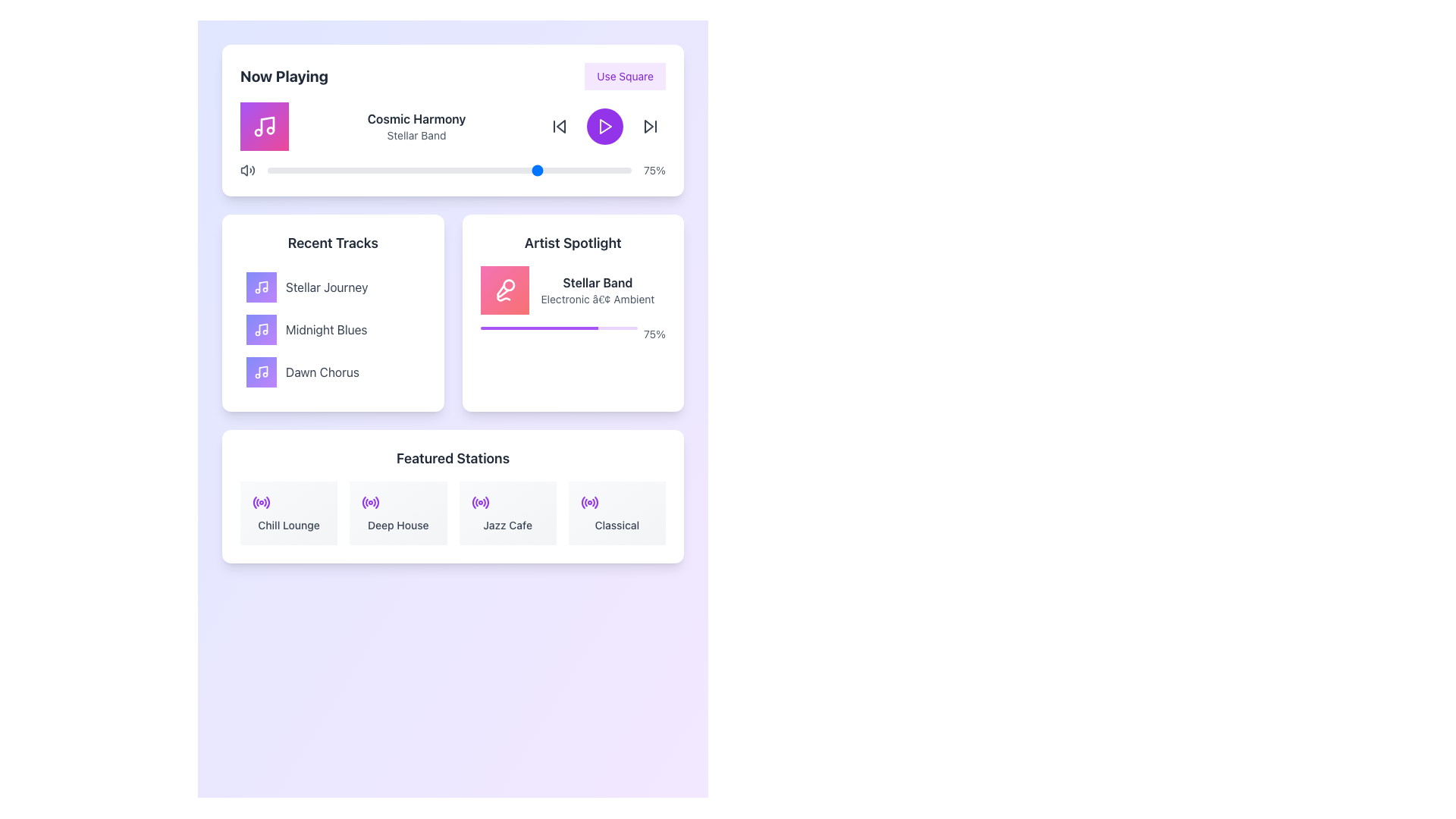 The height and width of the screenshot is (819, 1456). Describe the element at coordinates (262, 329) in the screenshot. I see `the music track icon representing 'Midnight Blues' located in the 'Recent Tracks' section` at that location.